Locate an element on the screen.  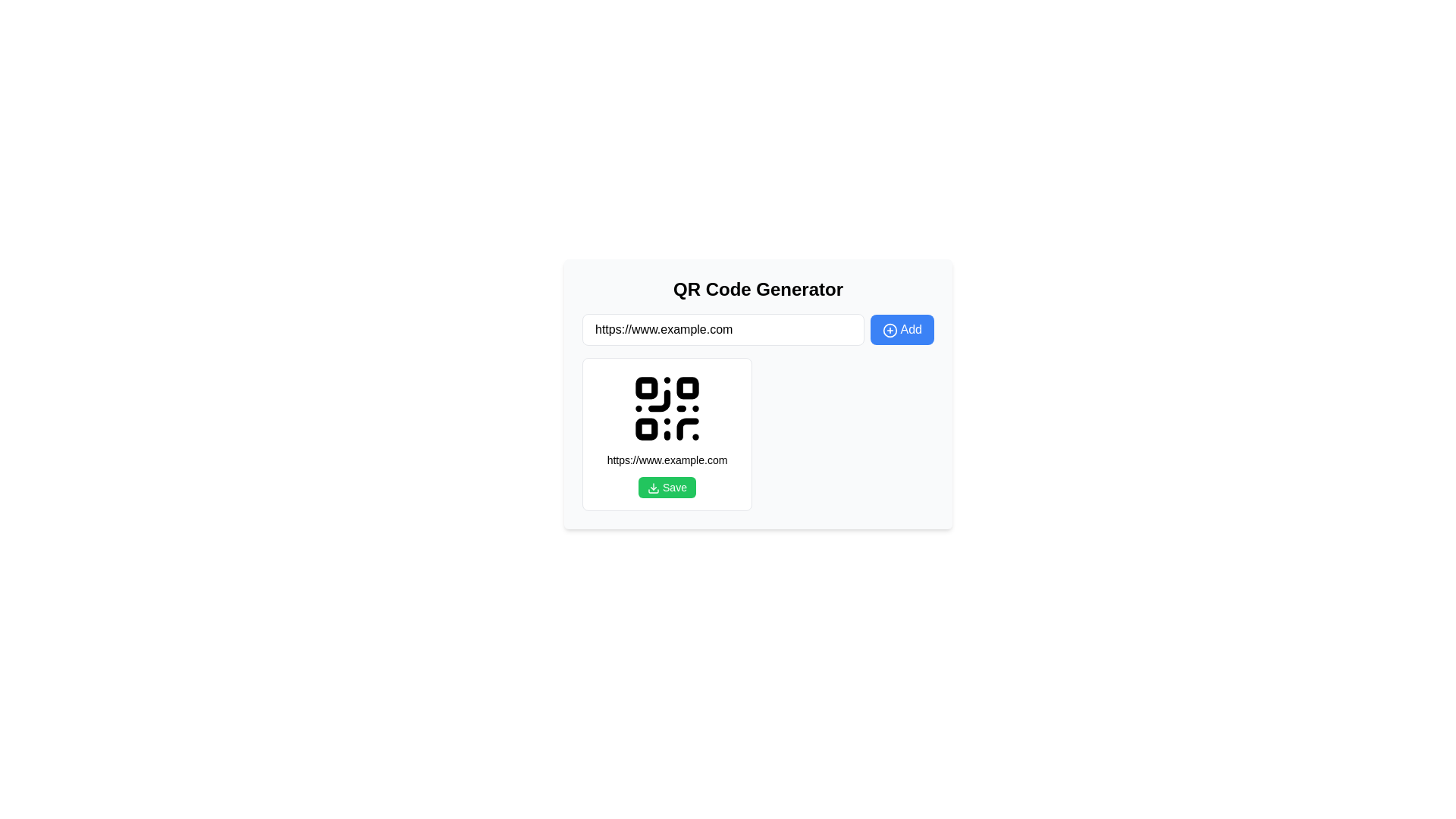
the centered text displaying the URL 'https://www.example.com' which is located below the QR code image and above the 'Save' button to trigger potential hover effects is located at coordinates (667, 459).